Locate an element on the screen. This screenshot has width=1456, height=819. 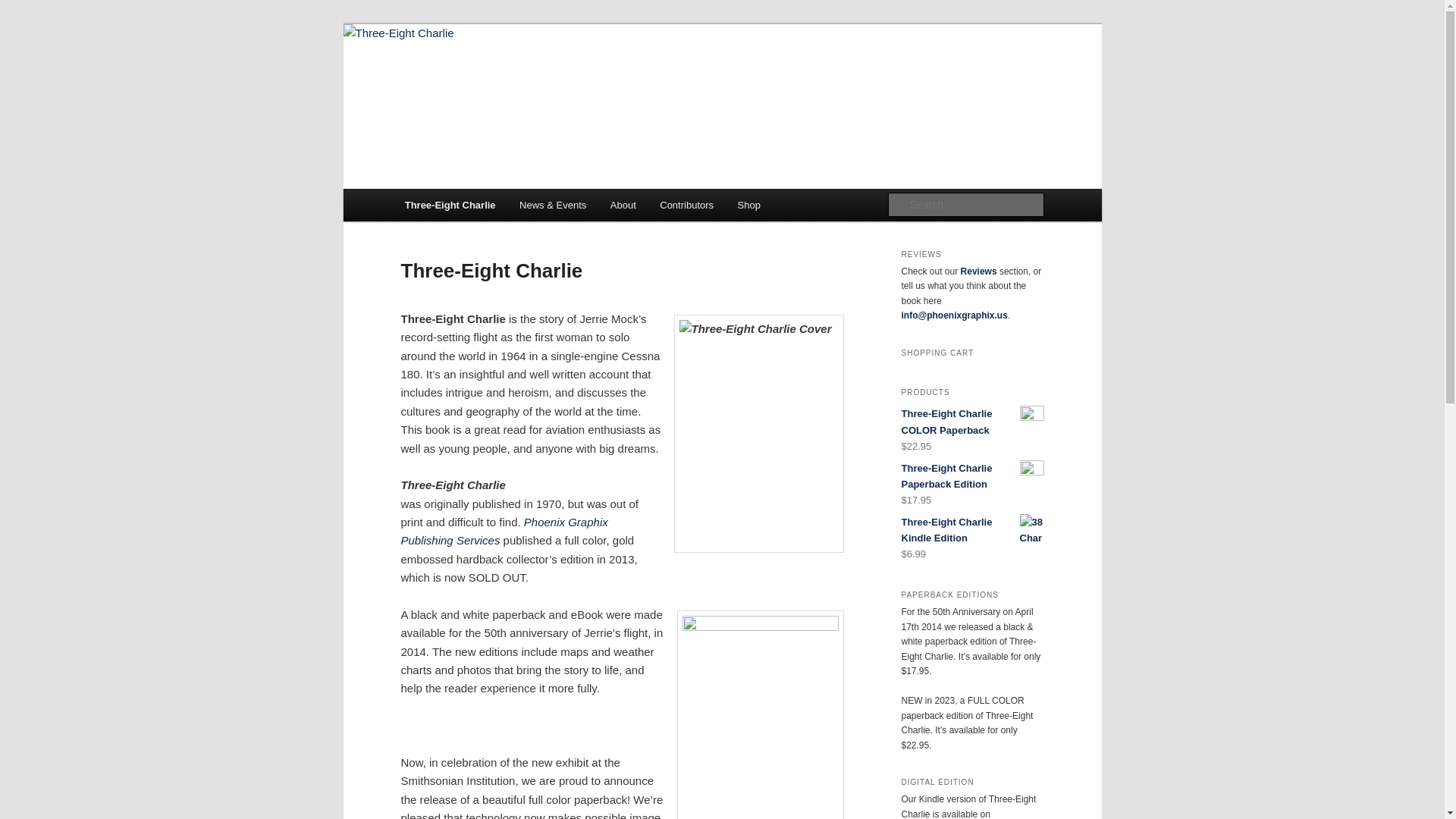
'Search' is located at coordinates (24, 8).